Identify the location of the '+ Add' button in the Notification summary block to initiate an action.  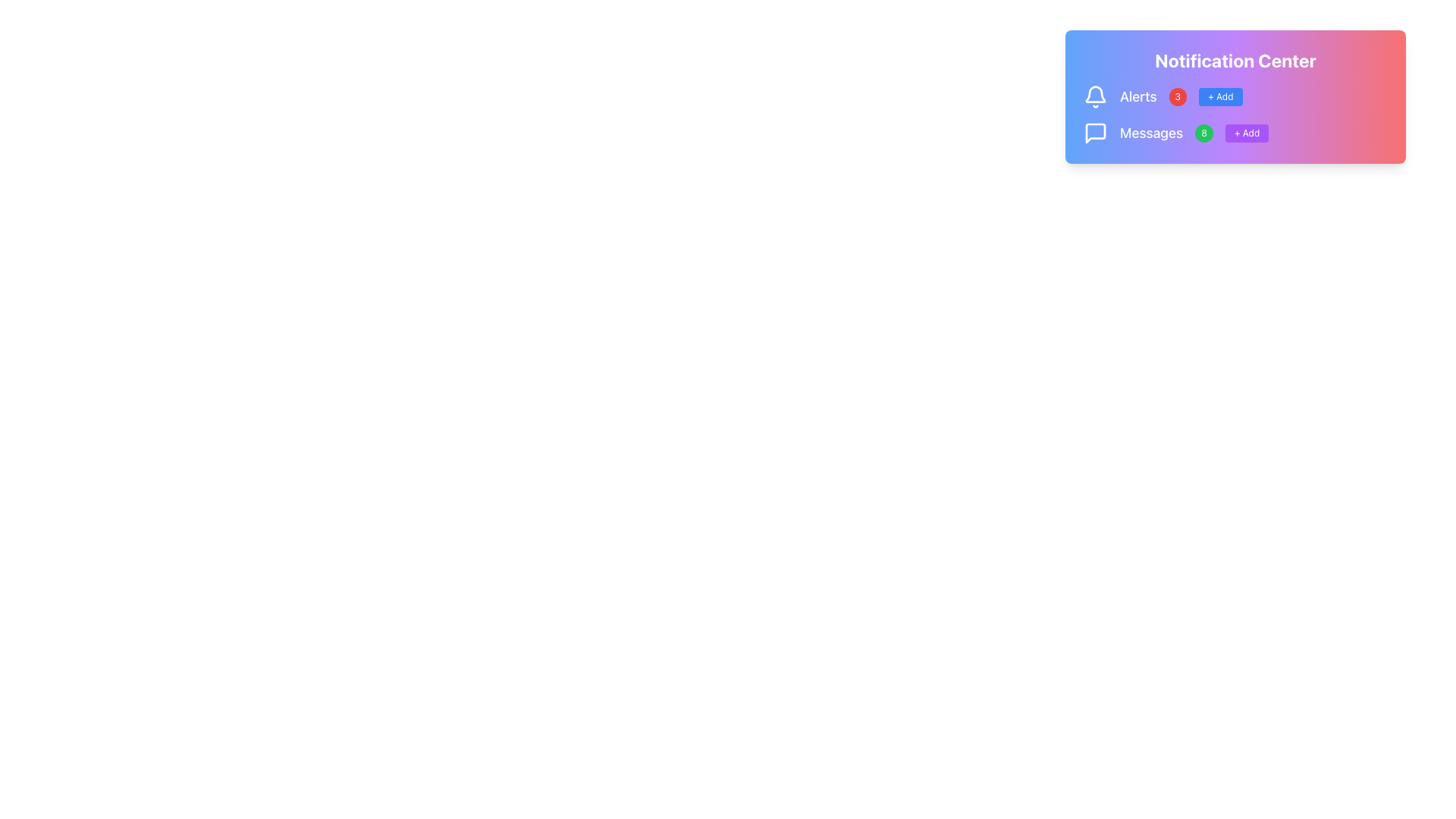
(1235, 133).